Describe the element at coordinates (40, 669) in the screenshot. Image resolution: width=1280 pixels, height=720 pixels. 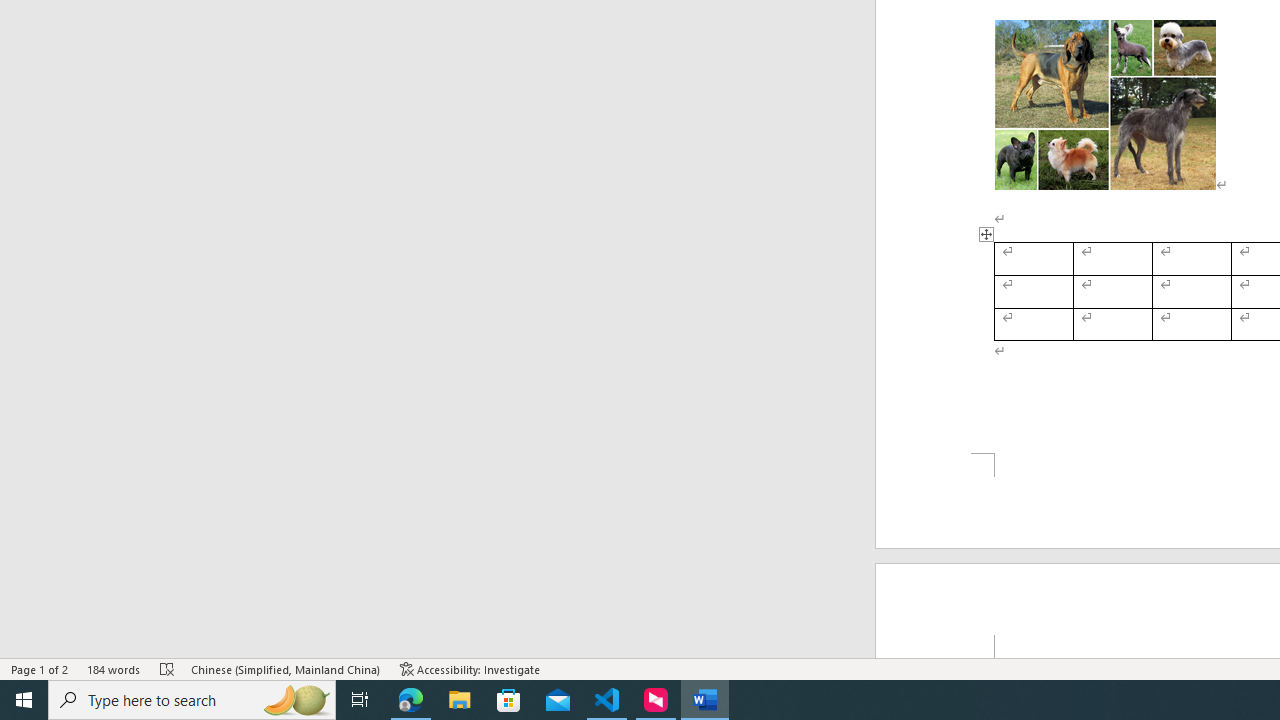
I see `'Page Number Page 1 of 2'` at that location.